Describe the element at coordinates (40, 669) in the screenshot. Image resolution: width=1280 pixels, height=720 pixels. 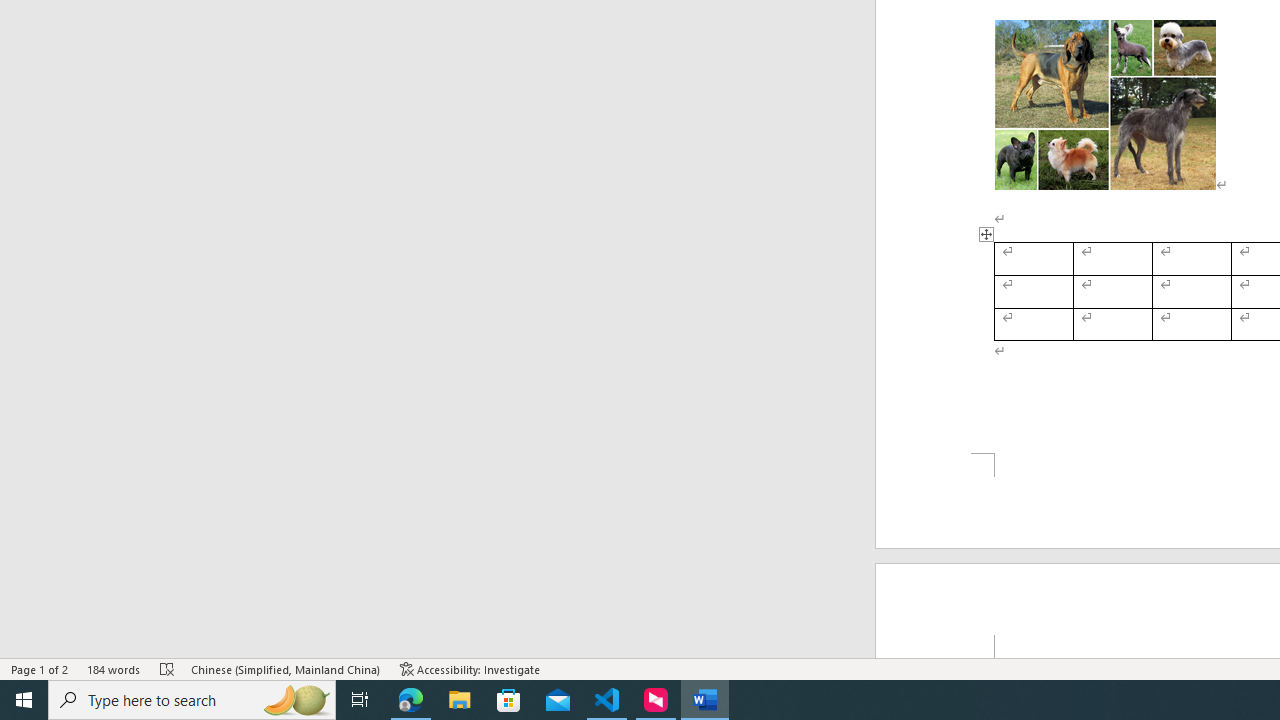
I see `'Page Number Page 1 of 2'` at that location.